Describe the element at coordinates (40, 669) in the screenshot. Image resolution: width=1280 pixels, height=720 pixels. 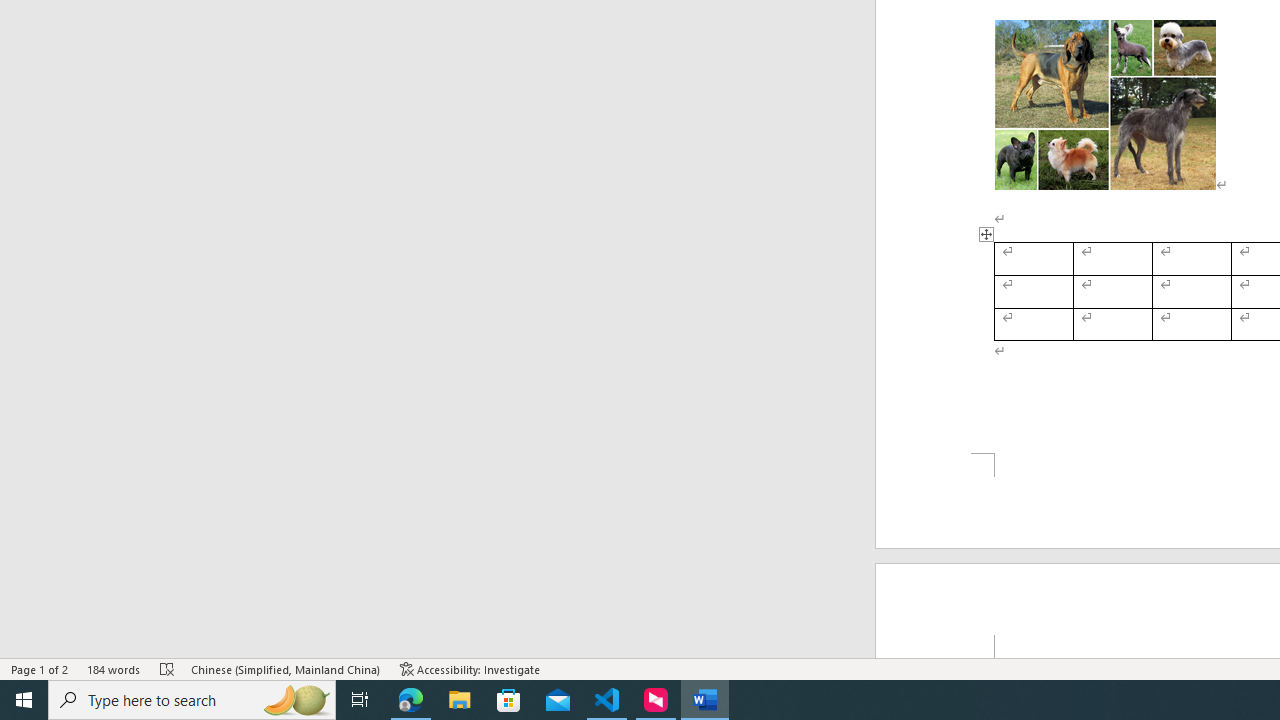
I see `'Page Number Page 1 of 2'` at that location.